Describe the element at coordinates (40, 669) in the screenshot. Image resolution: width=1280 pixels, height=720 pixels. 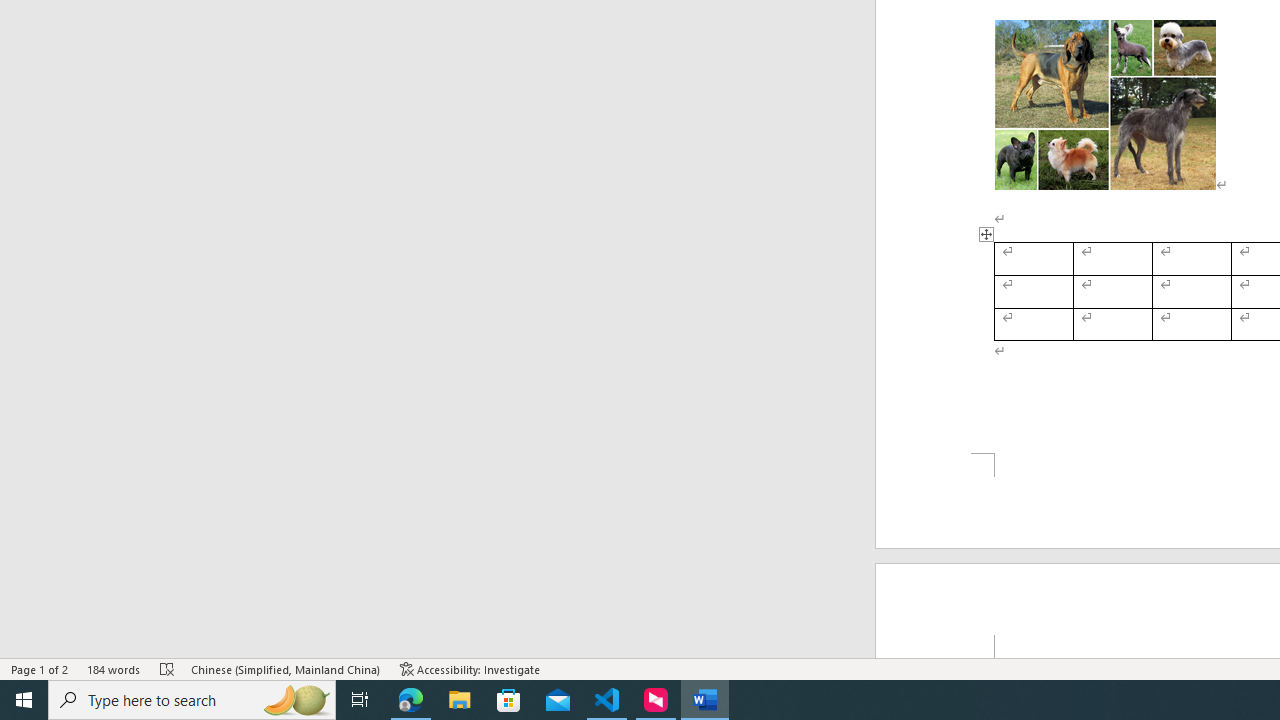
I see `'Page Number Page 1 of 2'` at that location.